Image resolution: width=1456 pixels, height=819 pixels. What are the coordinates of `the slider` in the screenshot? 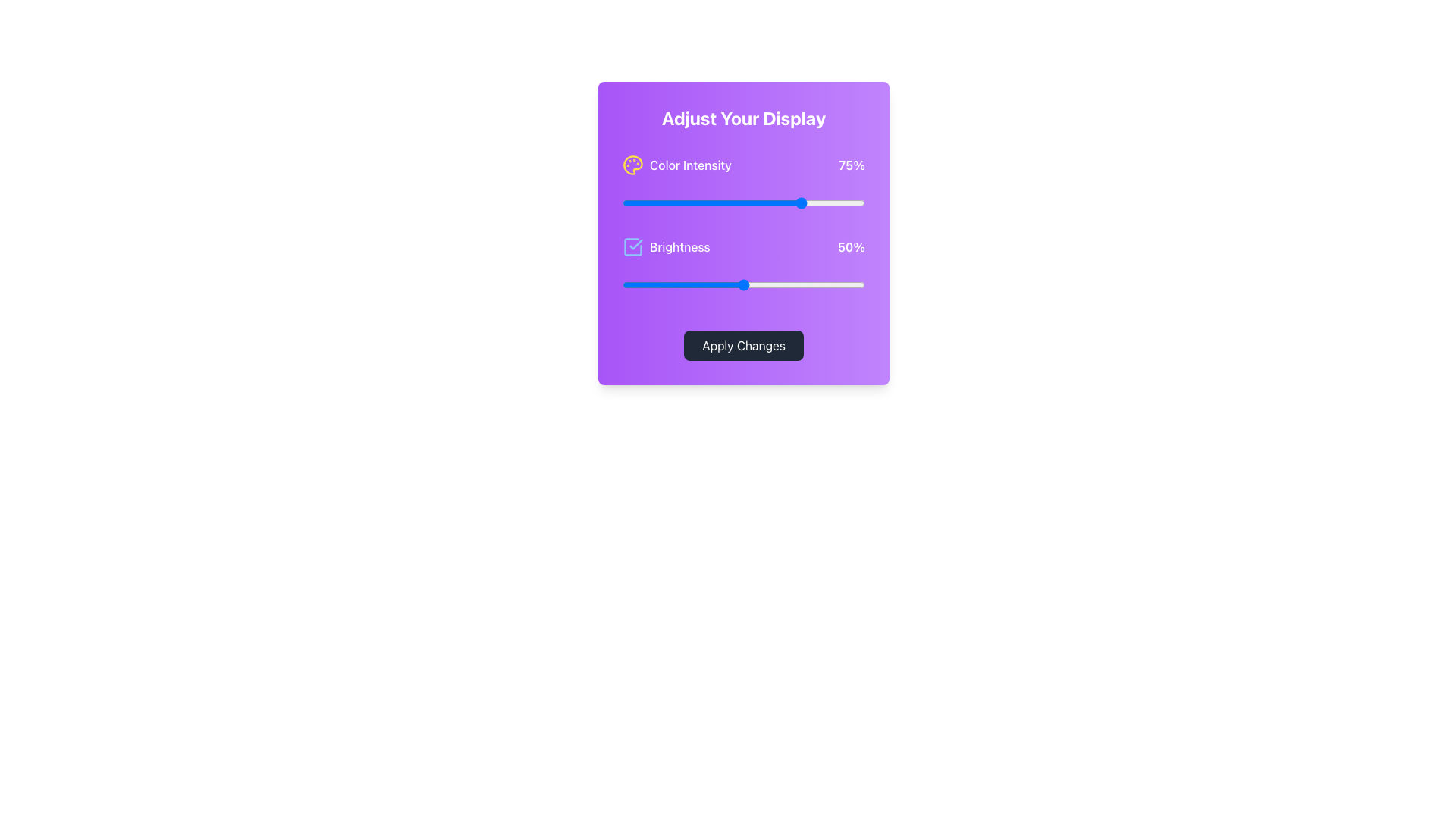 It's located at (709, 202).